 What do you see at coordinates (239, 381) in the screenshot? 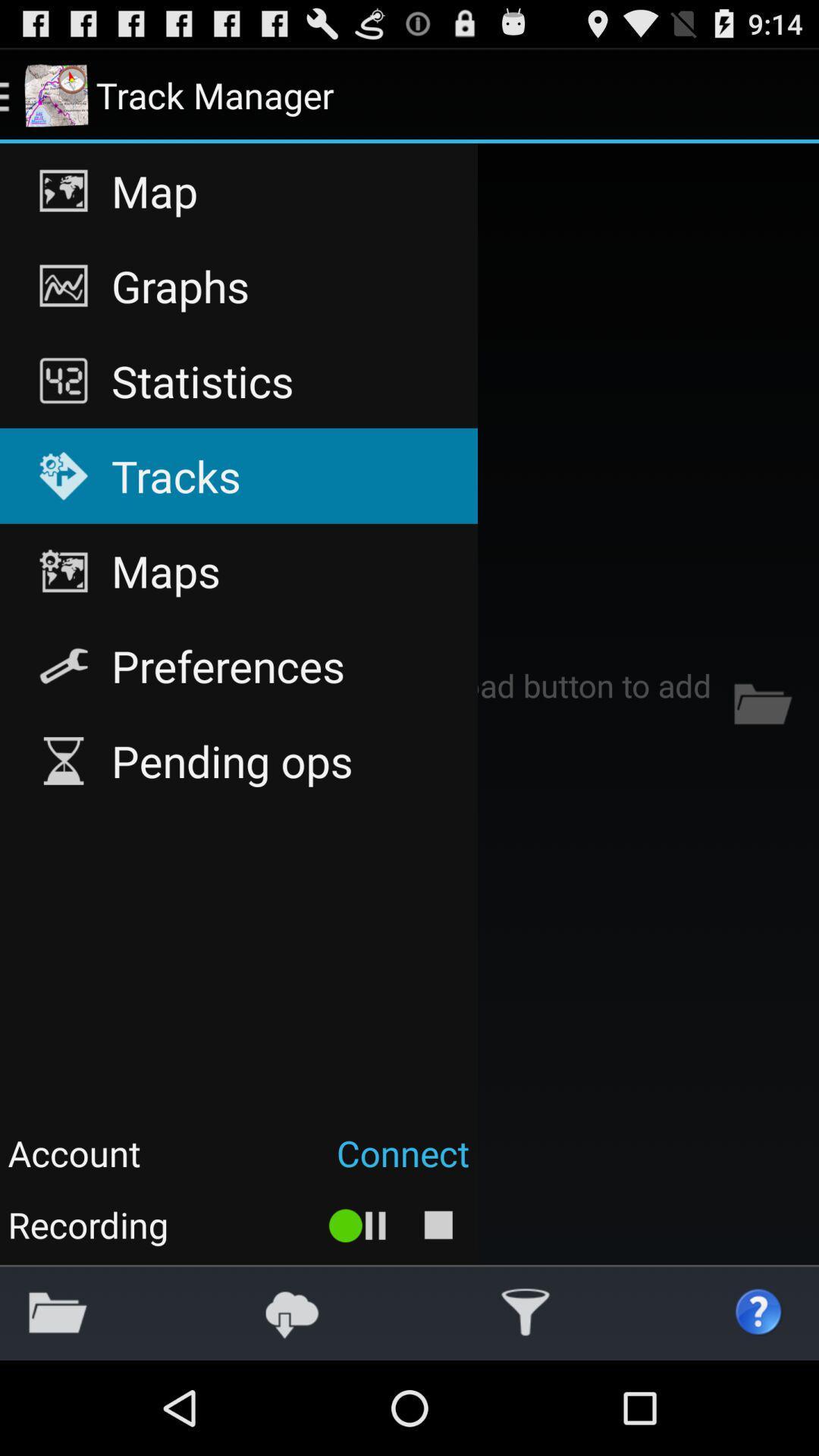
I see `icon above tracks` at bounding box center [239, 381].